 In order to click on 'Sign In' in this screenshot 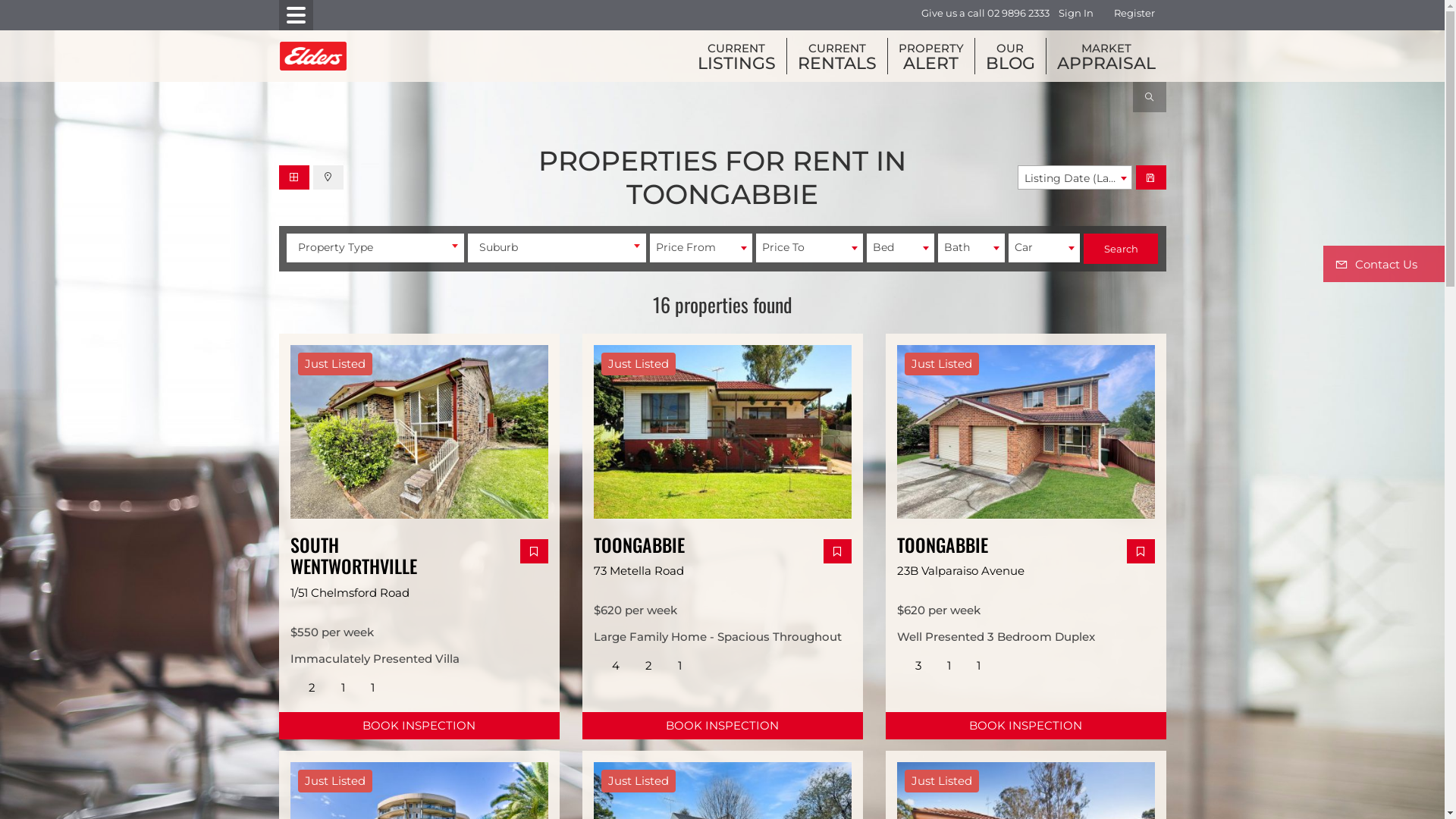, I will do `click(1075, 14)`.